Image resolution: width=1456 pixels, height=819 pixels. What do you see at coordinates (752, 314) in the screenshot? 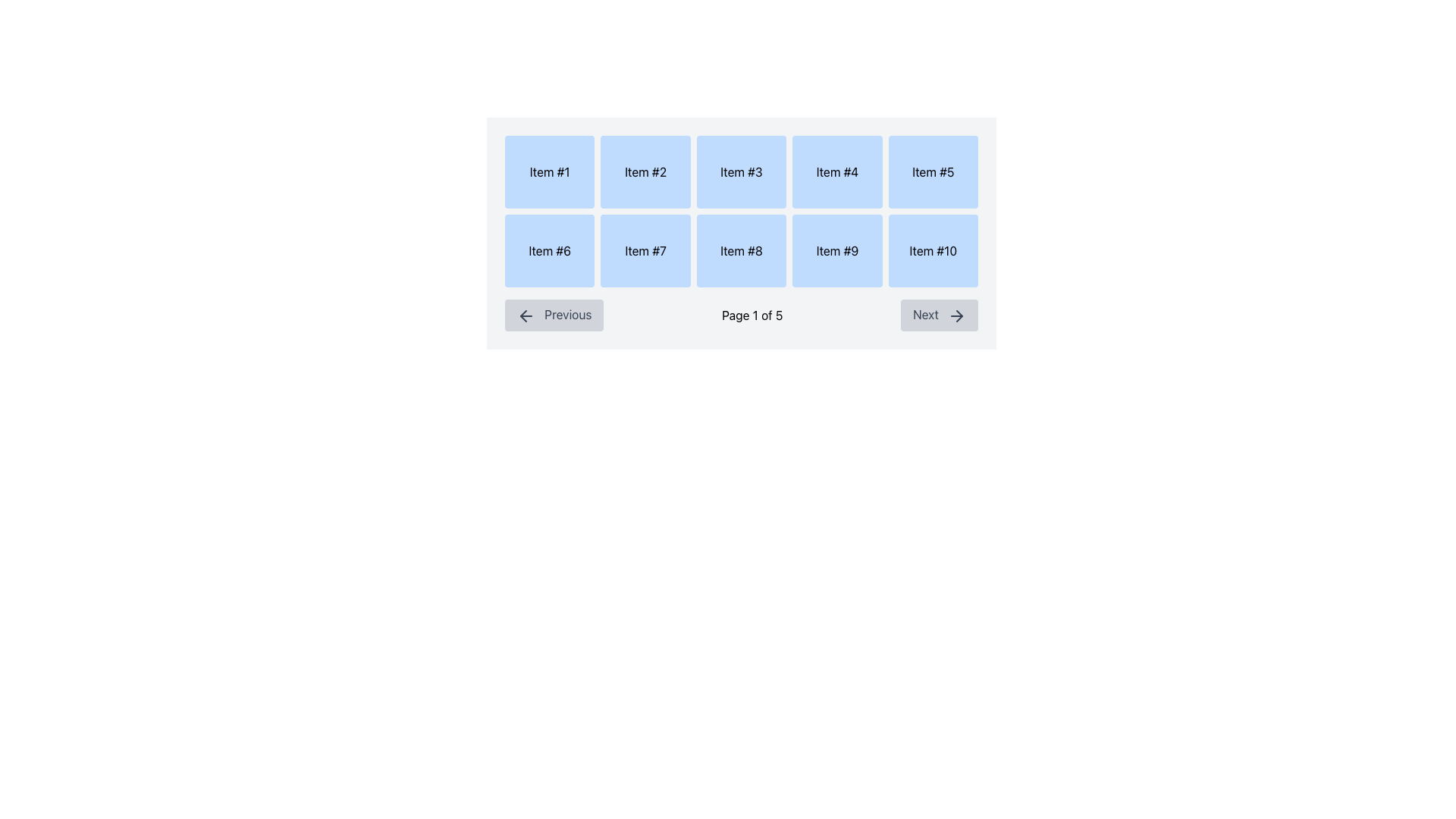
I see `the text label that indicates the current page number and total number of pages, located at the bottom center of the component, between the 'Previous' and 'Next' buttons` at bounding box center [752, 314].